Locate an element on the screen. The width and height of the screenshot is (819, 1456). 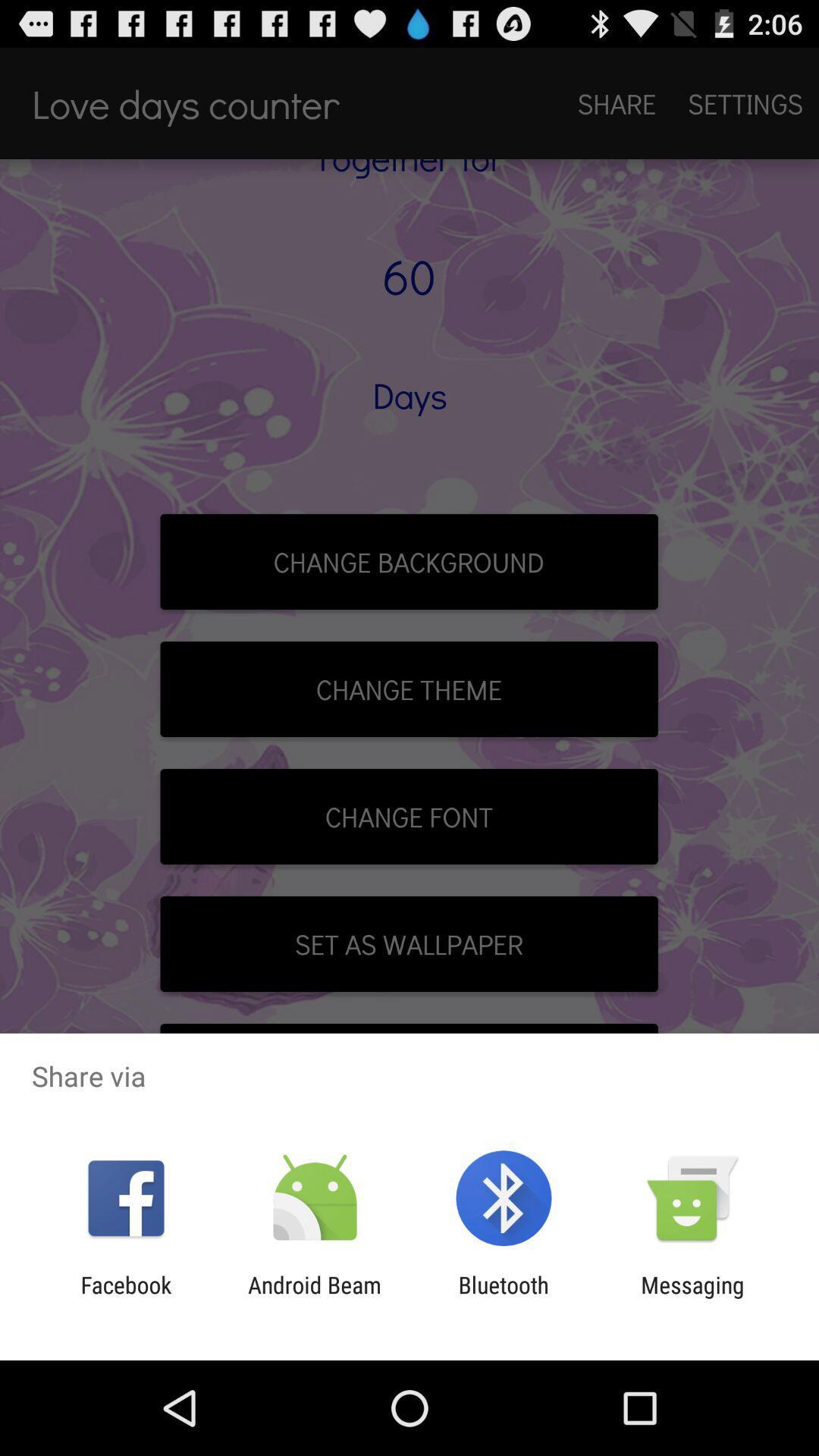
the item next to the bluetooth app is located at coordinates (314, 1298).